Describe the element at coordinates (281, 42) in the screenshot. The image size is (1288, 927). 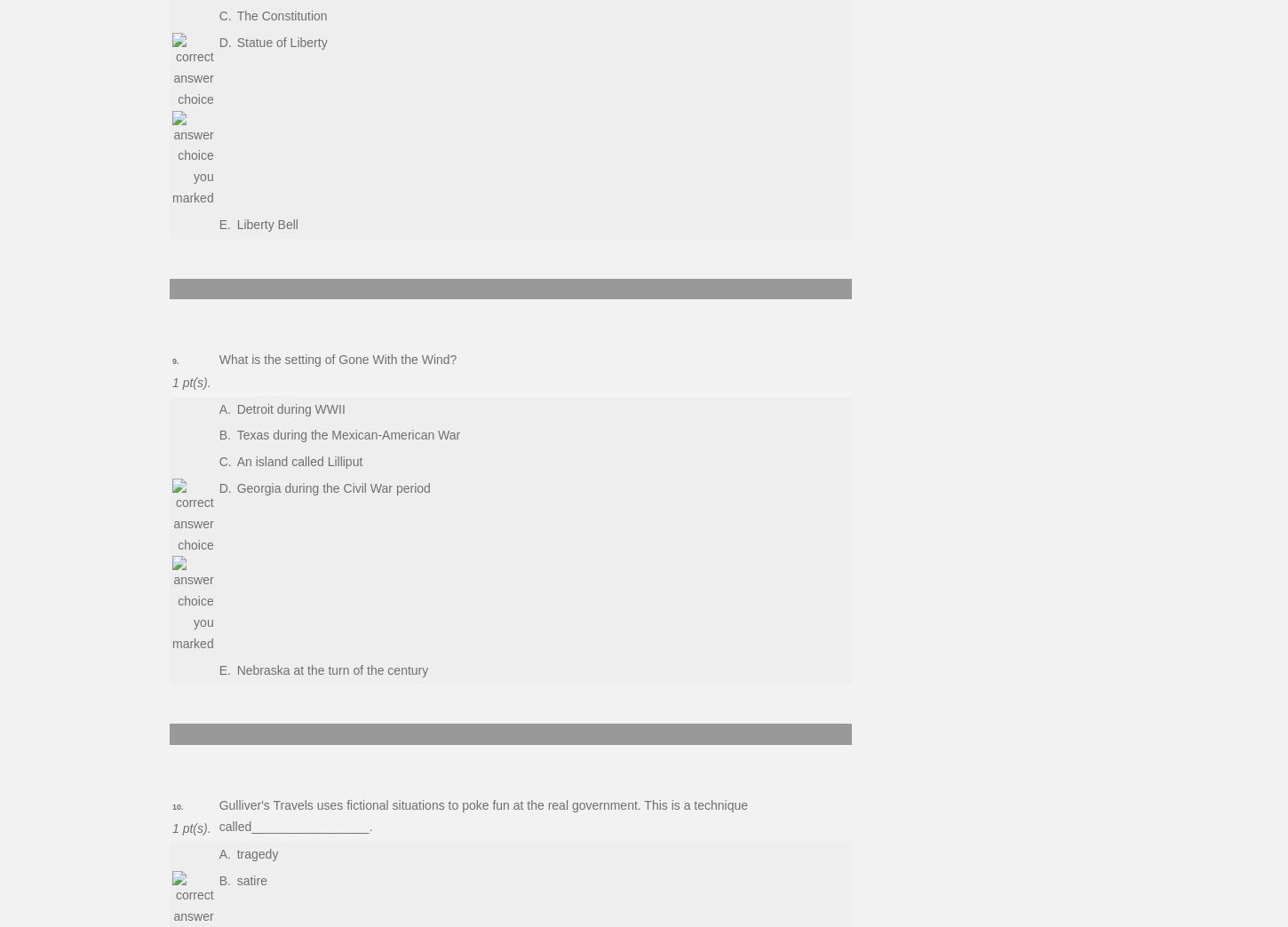
I see `'Statue of Liberty'` at that location.